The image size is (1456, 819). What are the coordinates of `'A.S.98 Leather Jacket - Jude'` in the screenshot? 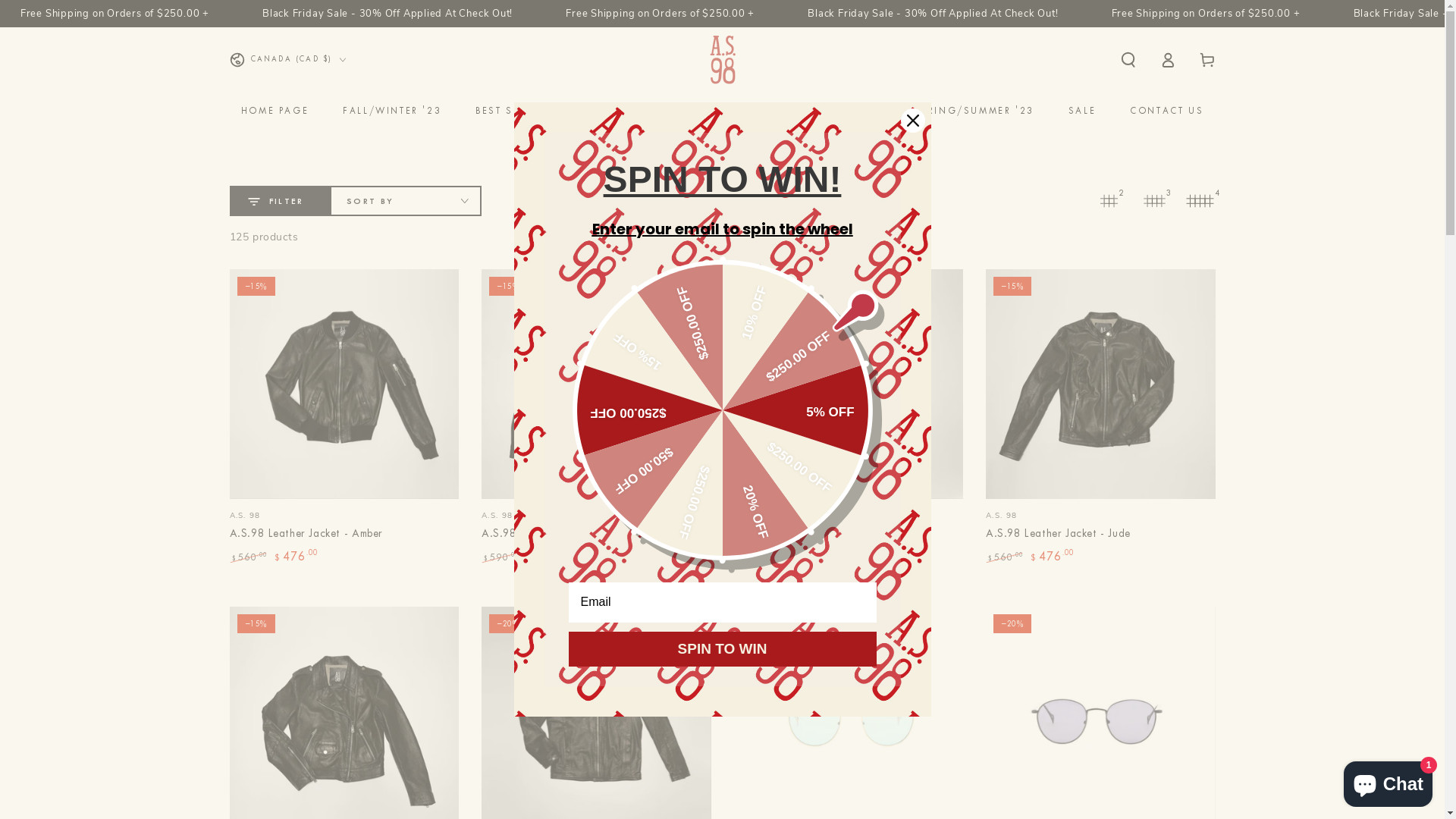 It's located at (1057, 533).